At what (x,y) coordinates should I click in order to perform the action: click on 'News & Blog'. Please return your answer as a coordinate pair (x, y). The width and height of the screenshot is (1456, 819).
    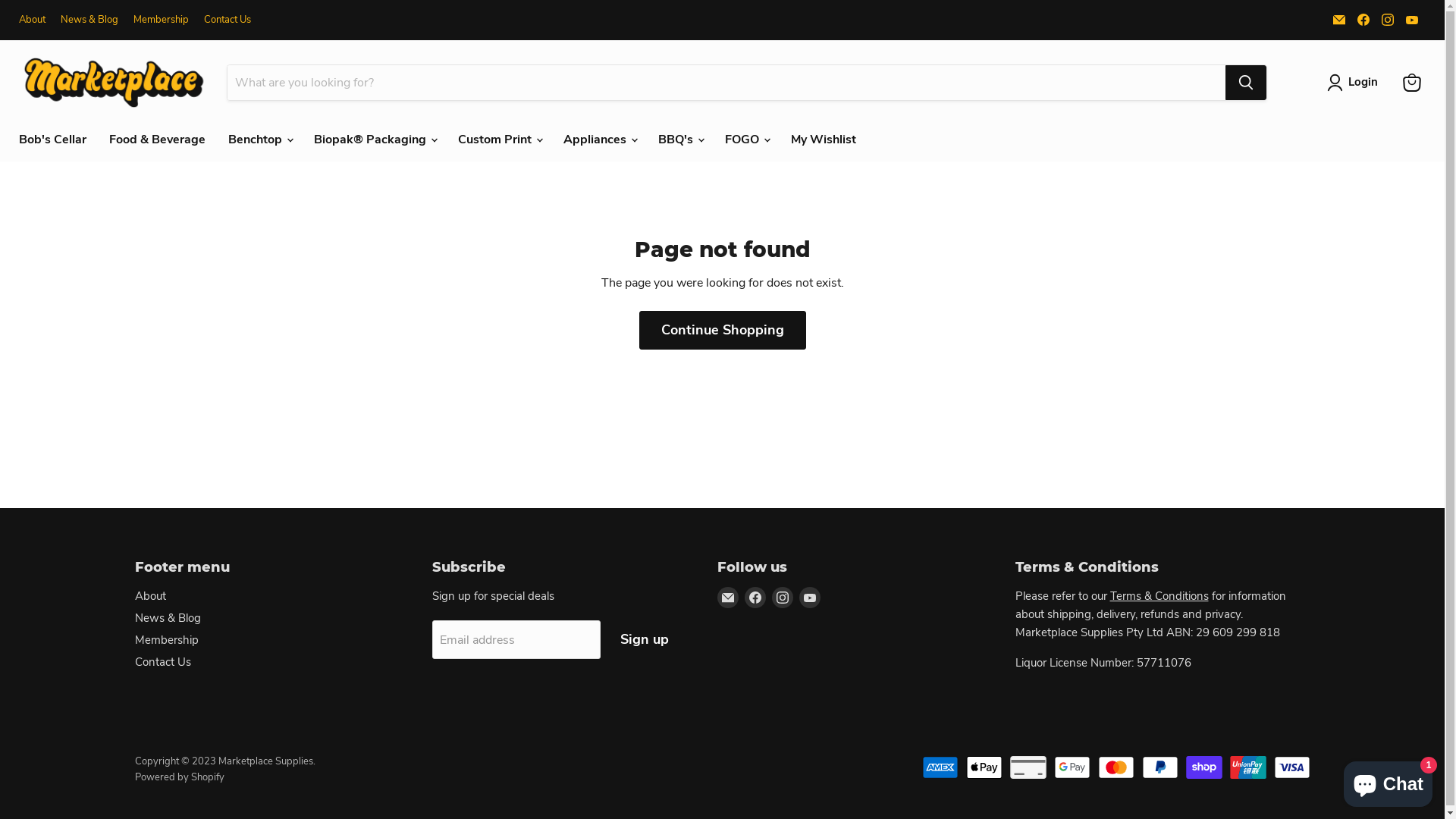
    Looking at the image, I should click on (134, 617).